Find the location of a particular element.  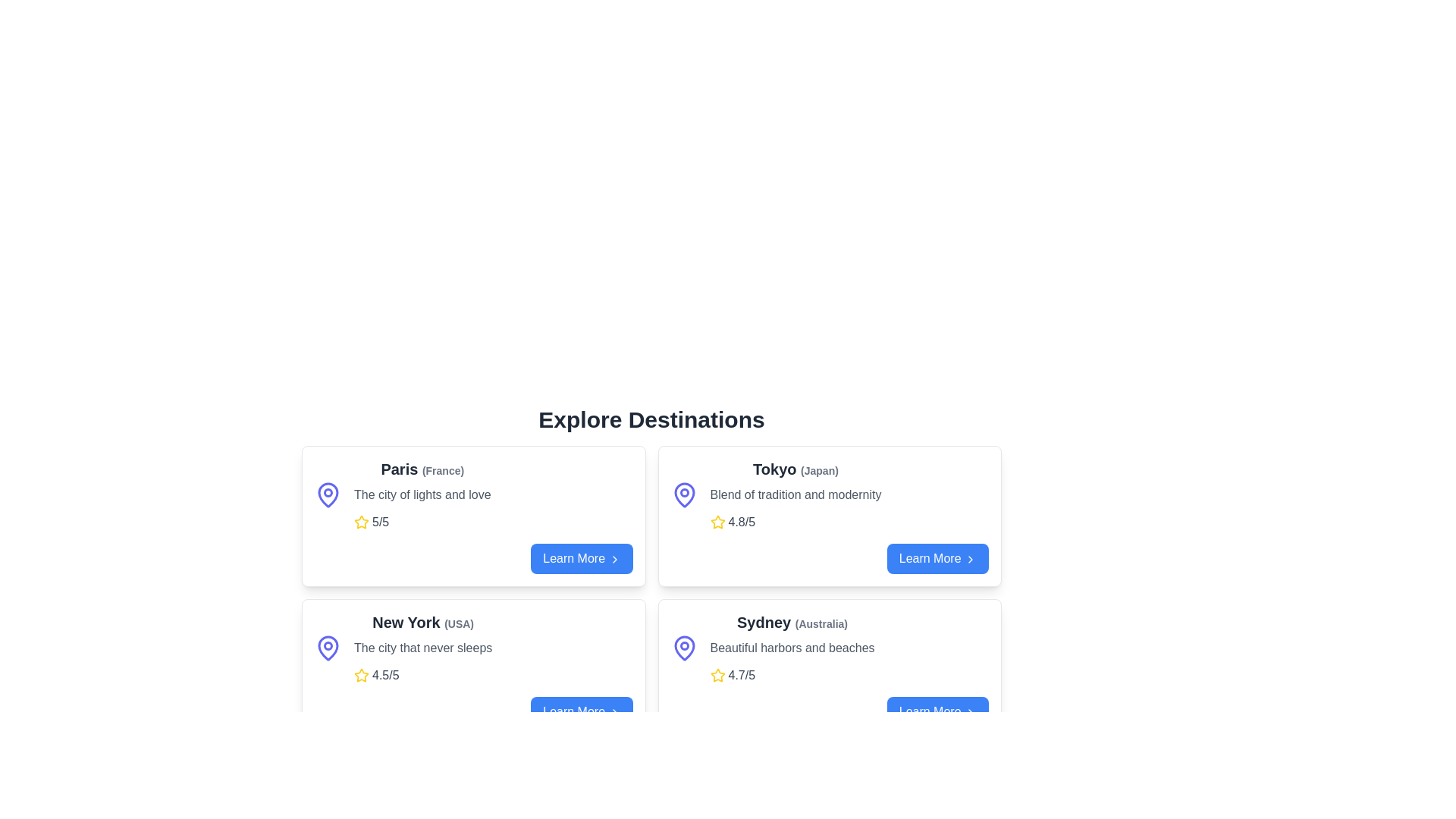

the button located at the bottom-right corner of the card for Sydney (Australia) to trigger a hover state is located at coordinates (829, 711).